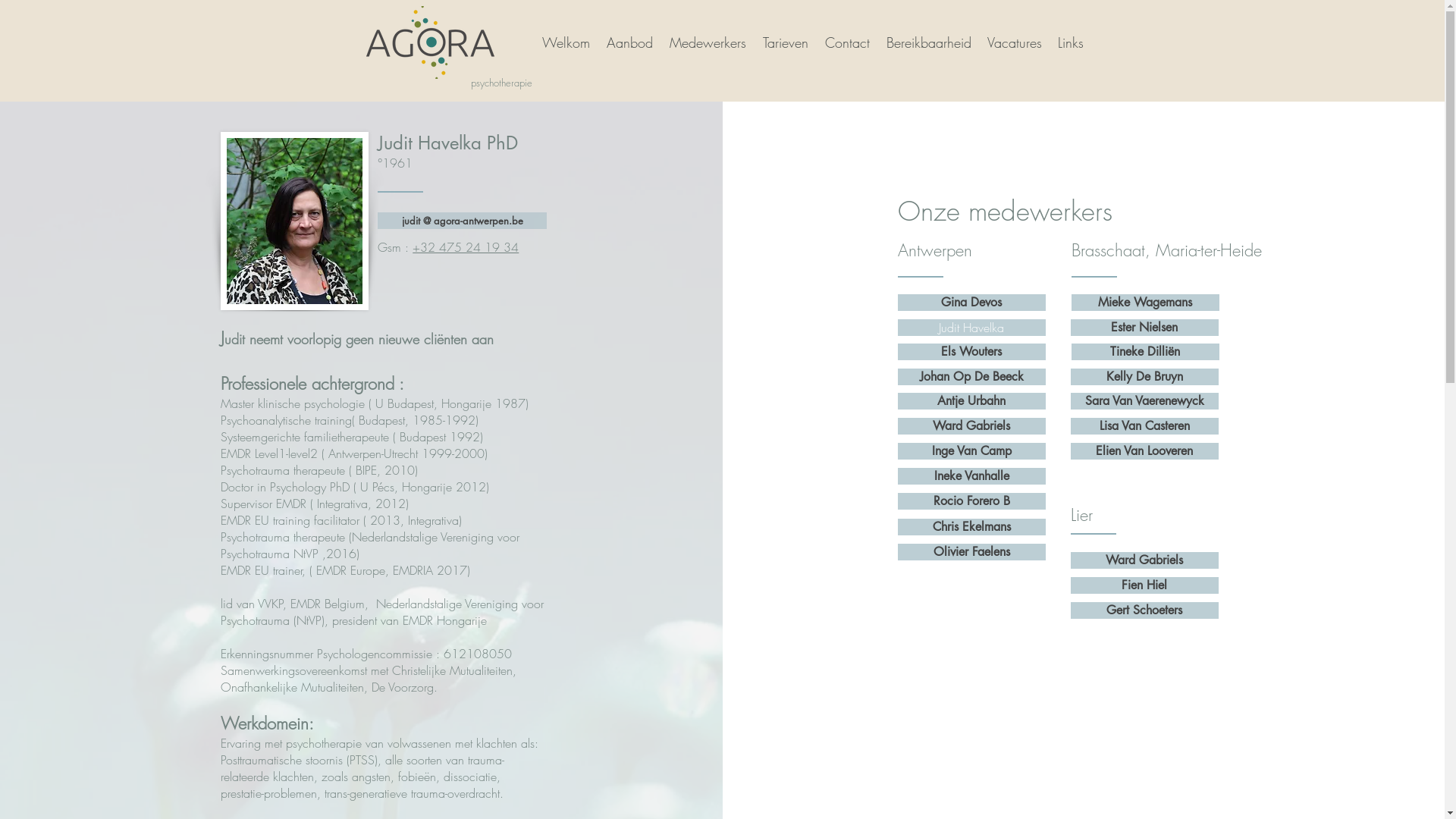 This screenshot has height=819, width=1456. What do you see at coordinates (1144, 560) in the screenshot?
I see `'Ward Gabriels'` at bounding box center [1144, 560].